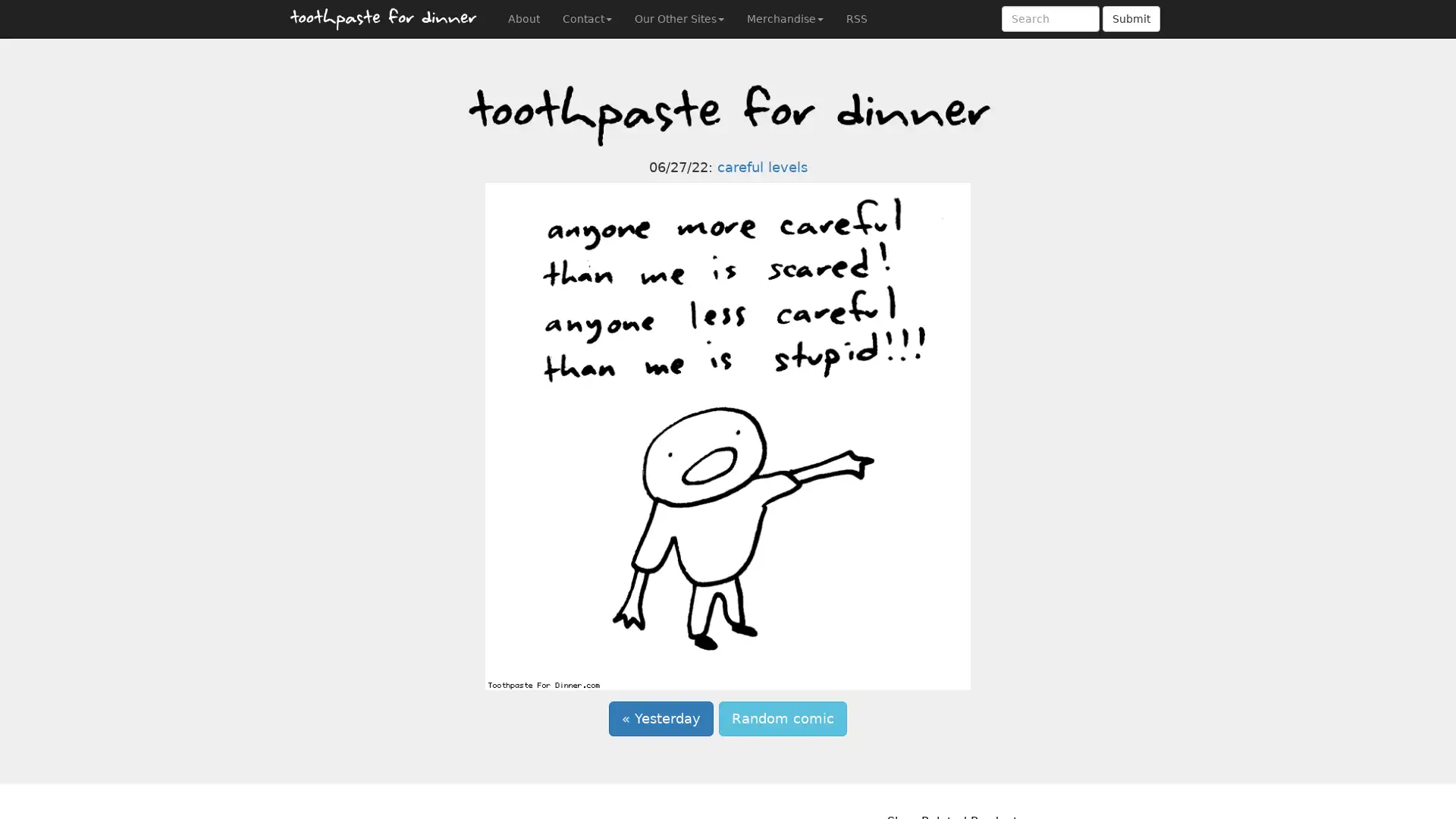 This screenshot has height=819, width=1456. I want to click on Submit, so click(1131, 18).